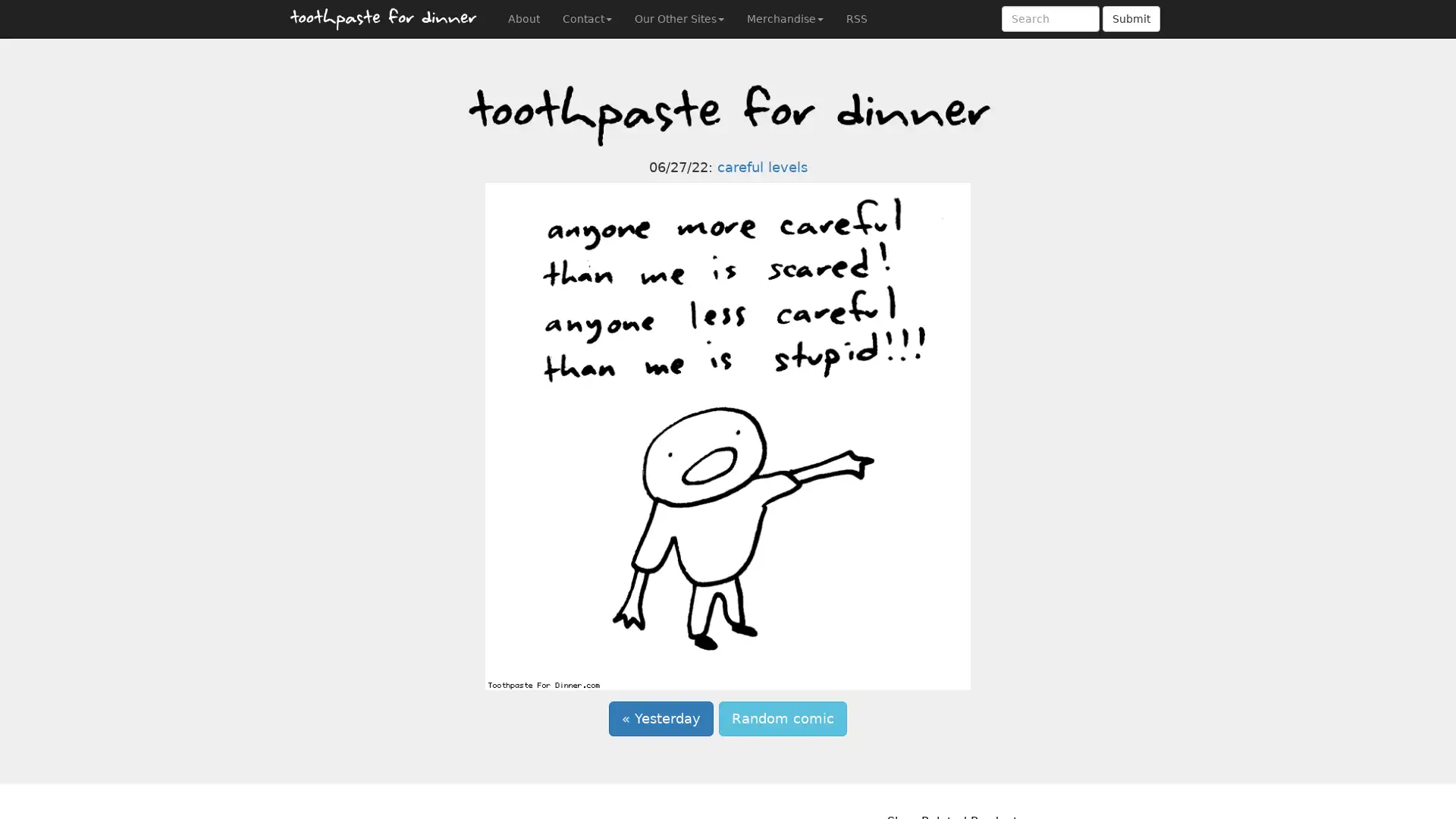 This screenshot has height=819, width=1456. I want to click on Submit, so click(1131, 18).